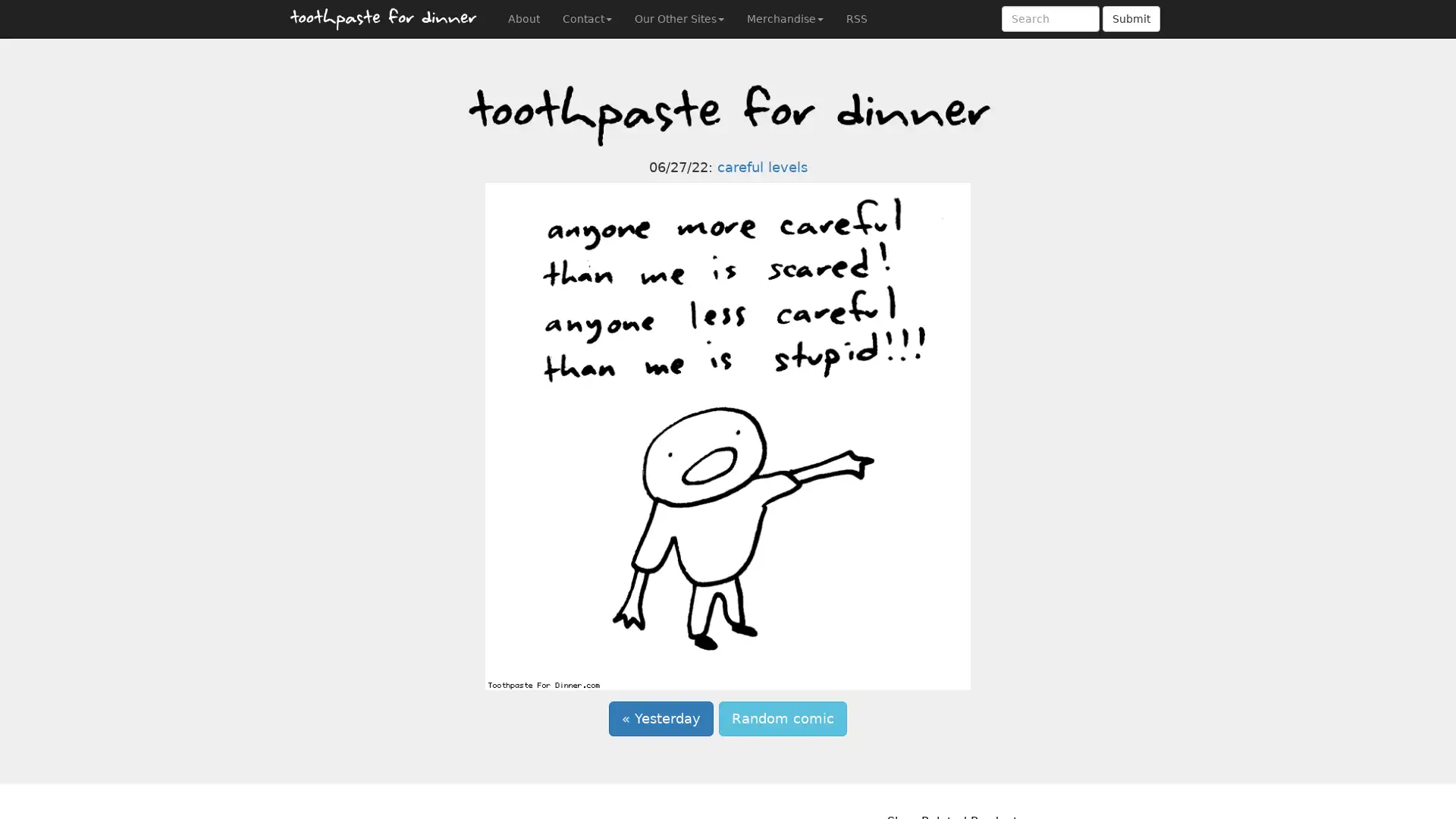 This screenshot has height=819, width=1456. I want to click on Submit, so click(1131, 18).